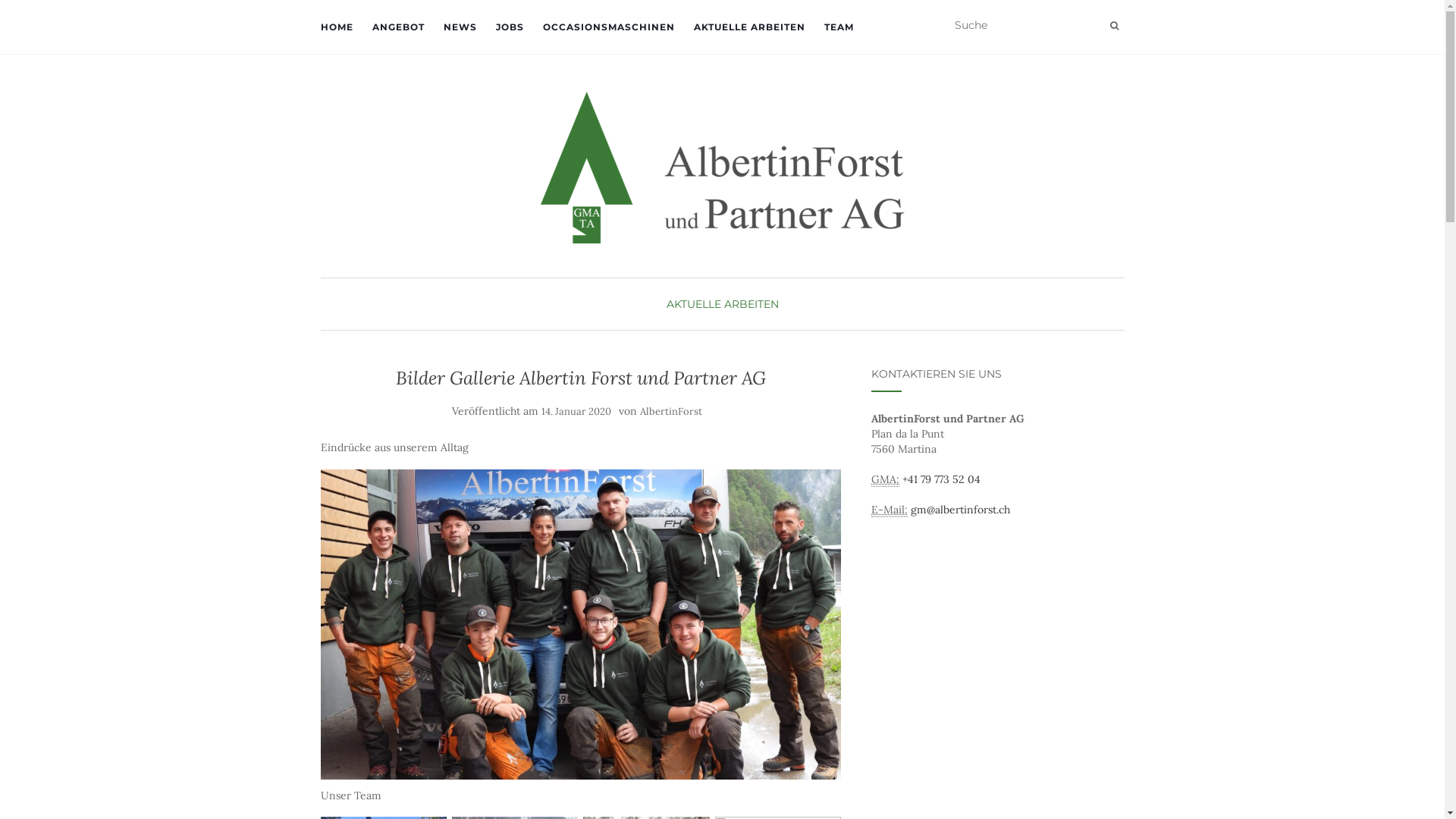  Describe the element at coordinates (608, 27) in the screenshot. I see `'OCCASIONSMASCHINEN'` at that location.